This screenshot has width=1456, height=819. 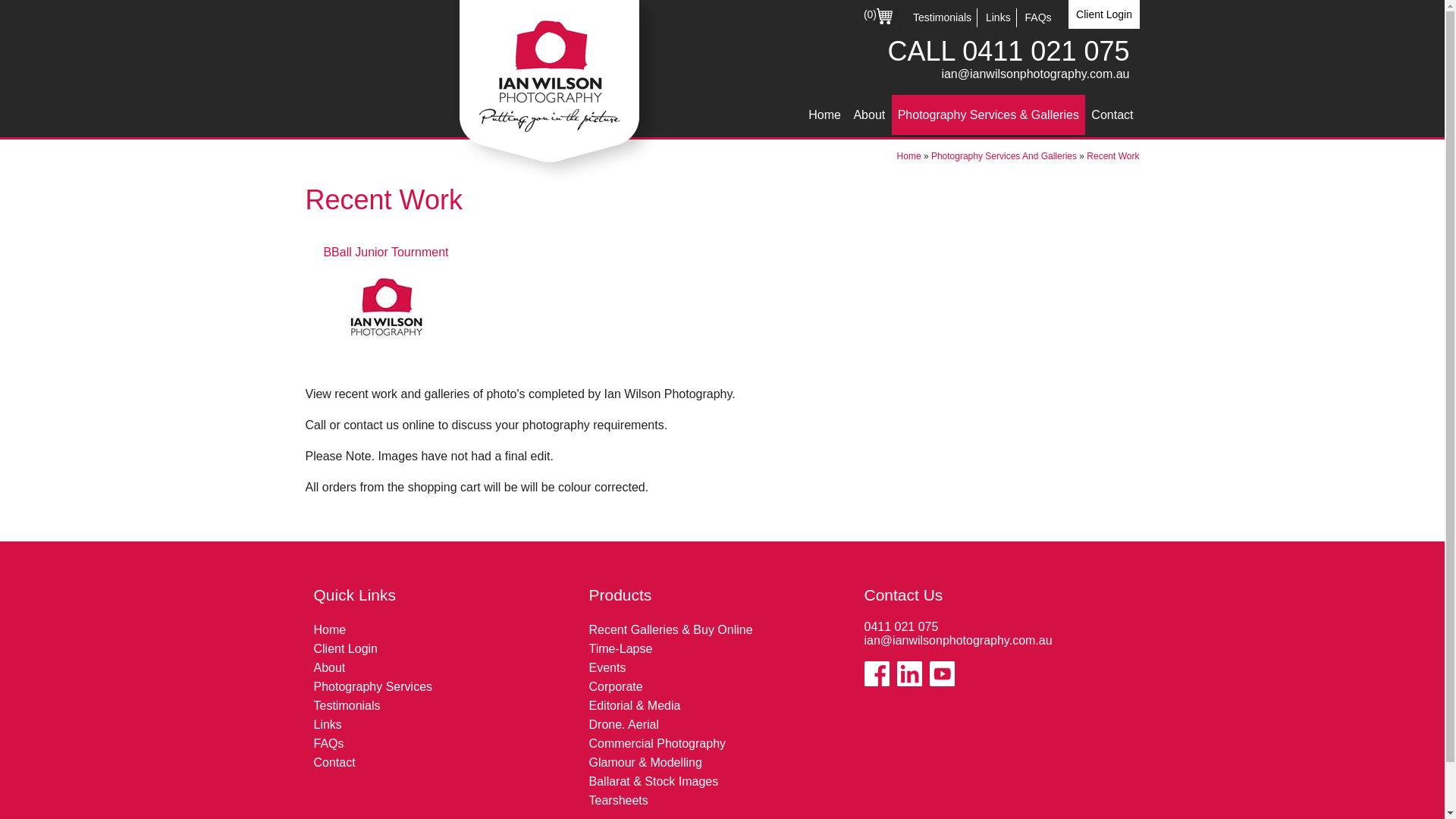 What do you see at coordinates (623, 723) in the screenshot?
I see `'Drone. Aerial'` at bounding box center [623, 723].